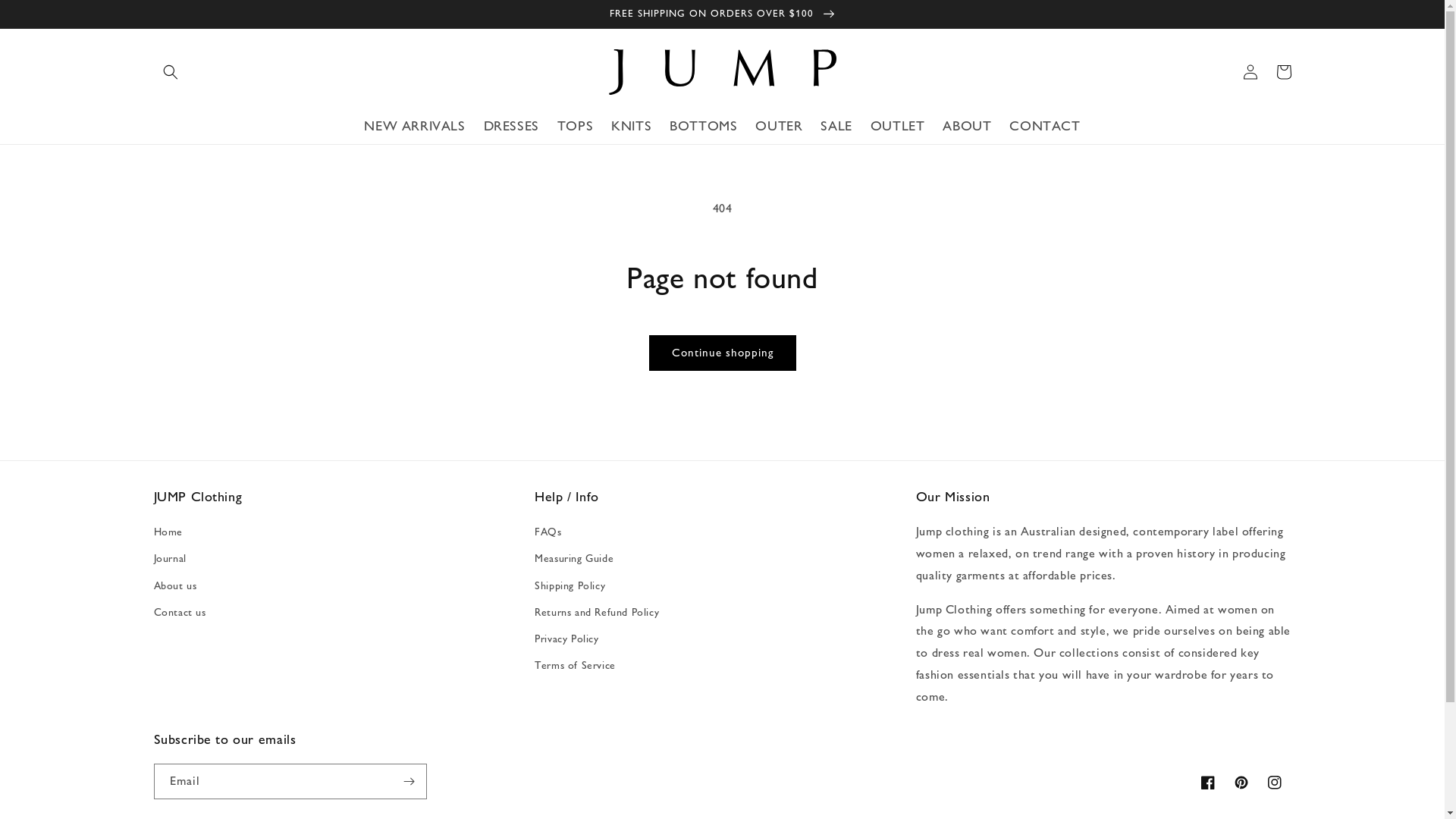 The image size is (1456, 819). Describe the element at coordinates (722, 353) in the screenshot. I see `'Continue shopping'` at that location.